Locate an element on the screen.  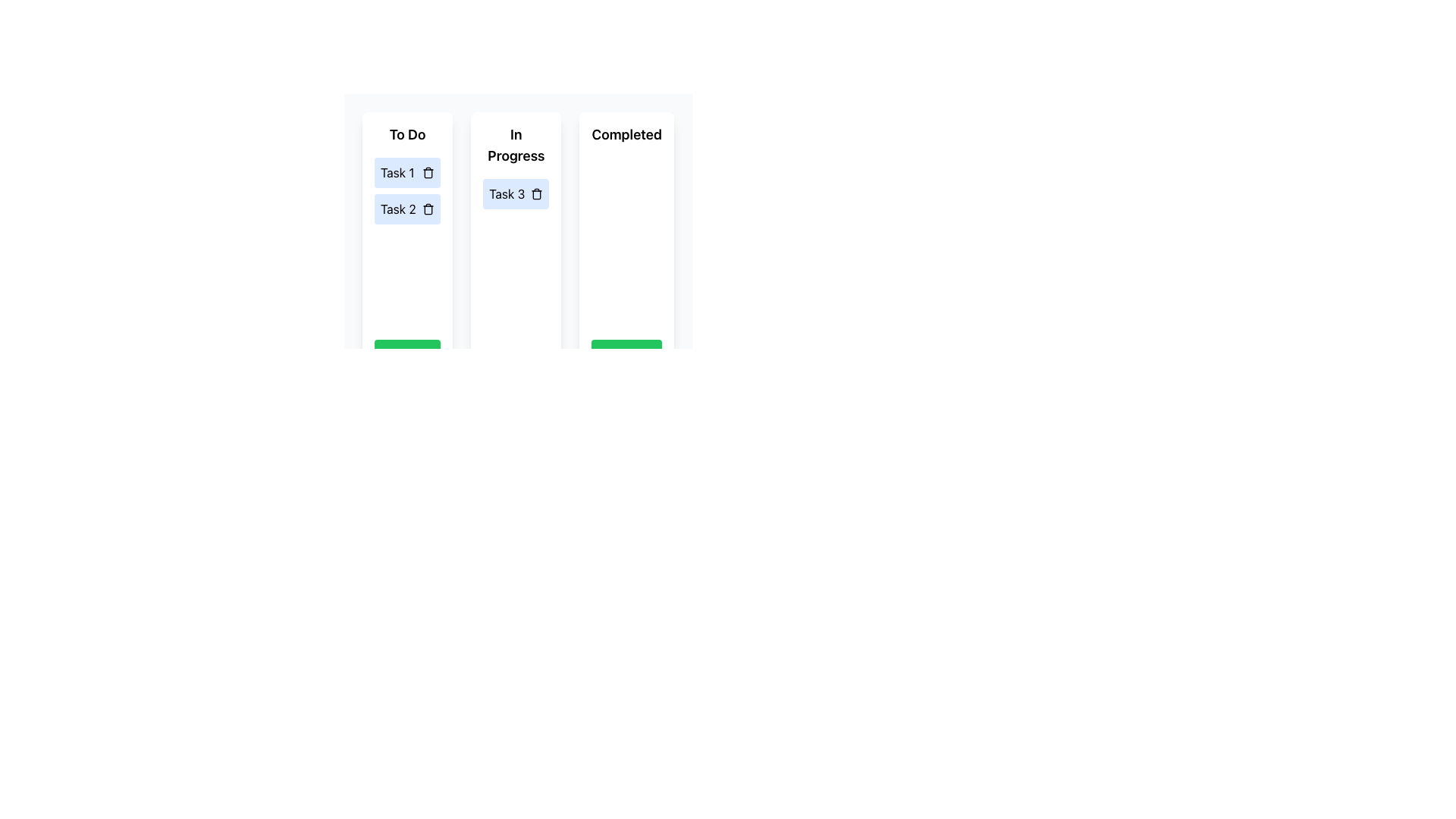
the delete icon button located to the right of 'Task 1' in the to-do list is located at coordinates (428, 171).